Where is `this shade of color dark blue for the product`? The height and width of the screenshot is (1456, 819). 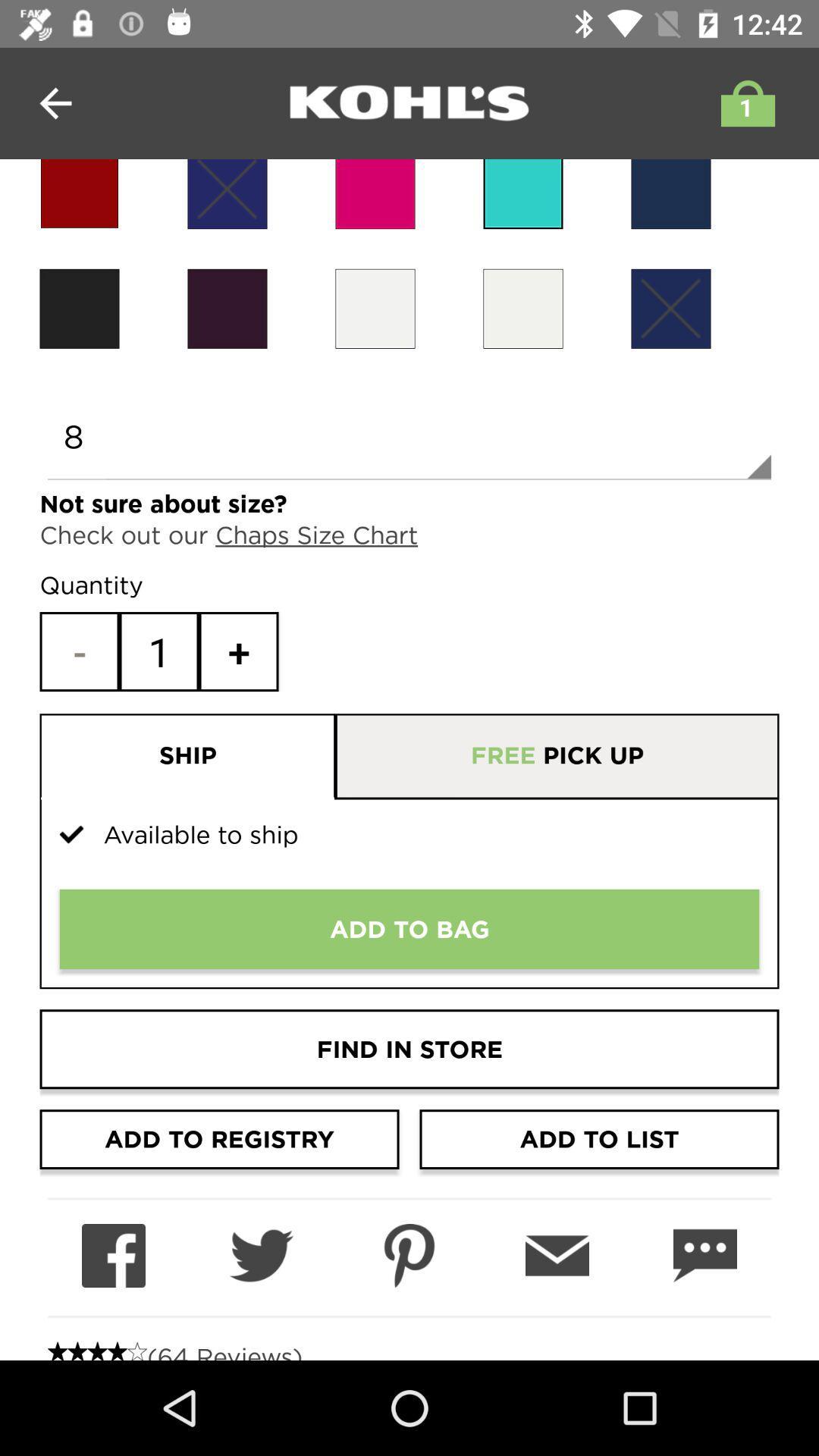 this shade of color dark blue for the product is located at coordinates (670, 193).